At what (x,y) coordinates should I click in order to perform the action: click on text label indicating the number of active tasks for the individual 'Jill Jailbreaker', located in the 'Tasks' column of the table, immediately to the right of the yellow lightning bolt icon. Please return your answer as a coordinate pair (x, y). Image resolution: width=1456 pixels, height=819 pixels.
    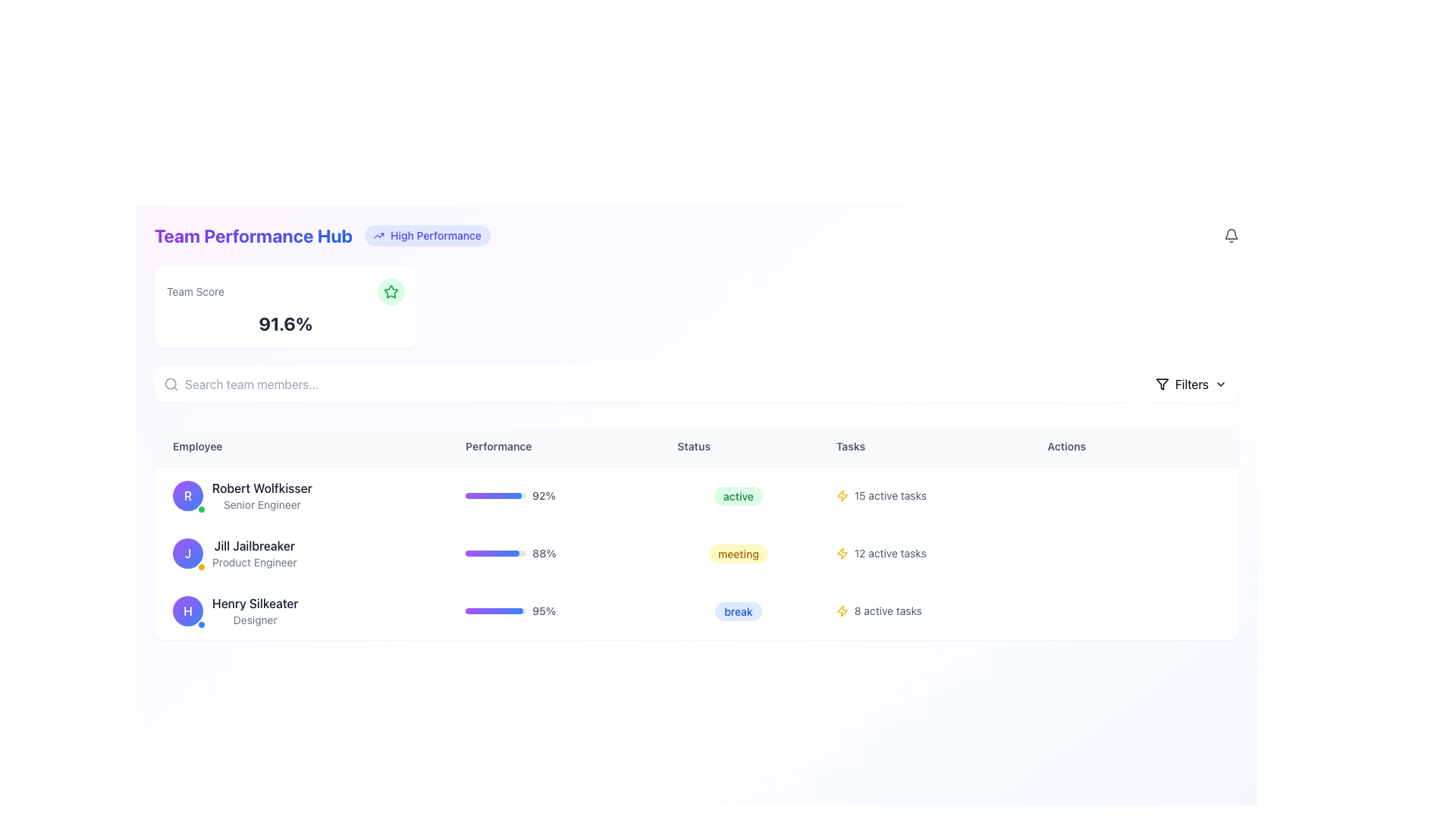
    Looking at the image, I should click on (890, 553).